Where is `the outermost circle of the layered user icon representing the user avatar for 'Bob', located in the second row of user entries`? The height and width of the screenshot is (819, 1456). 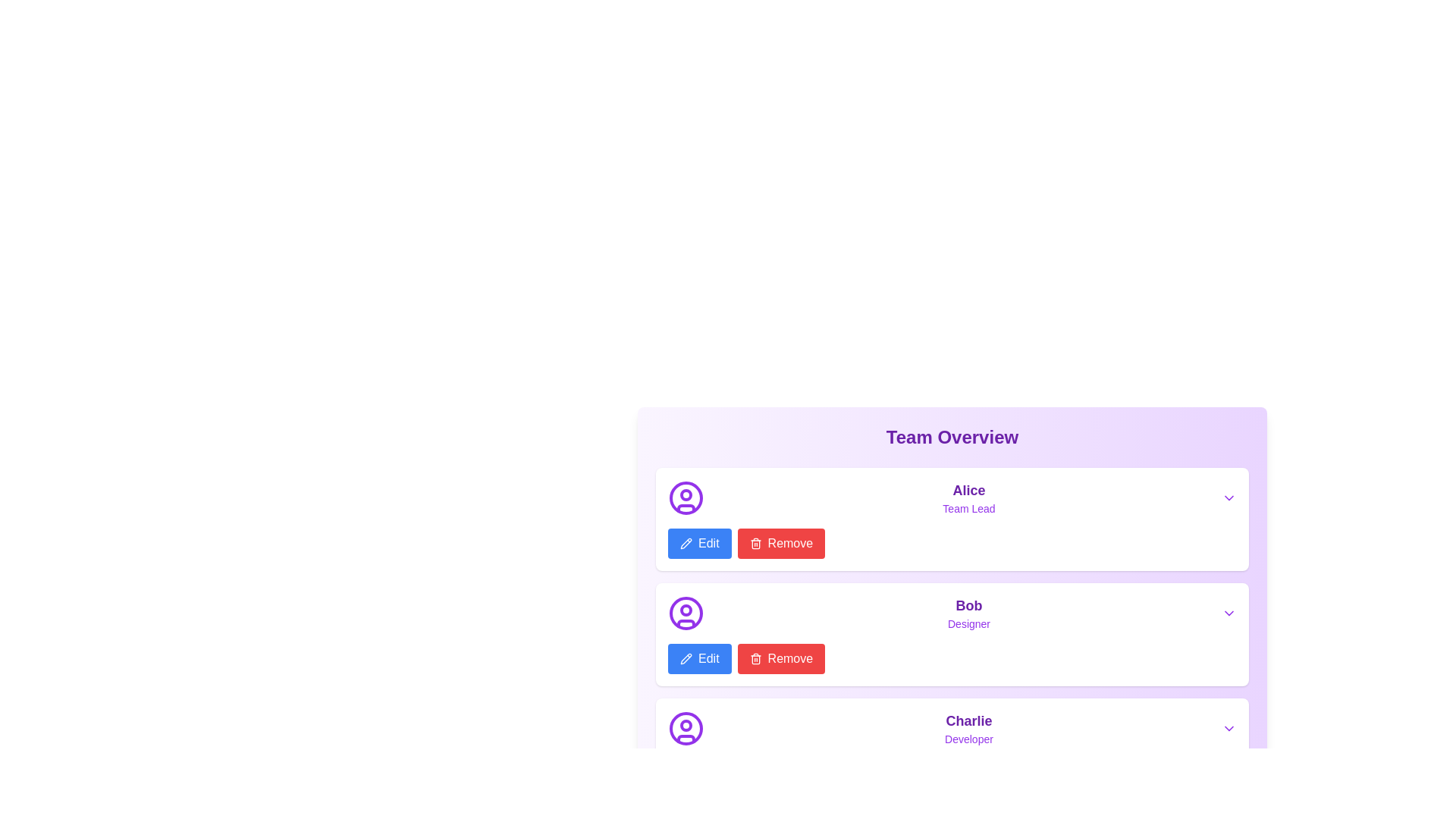
the outermost circle of the layered user icon representing the user avatar for 'Bob', located in the second row of user entries is located at coordinates (686, 613).